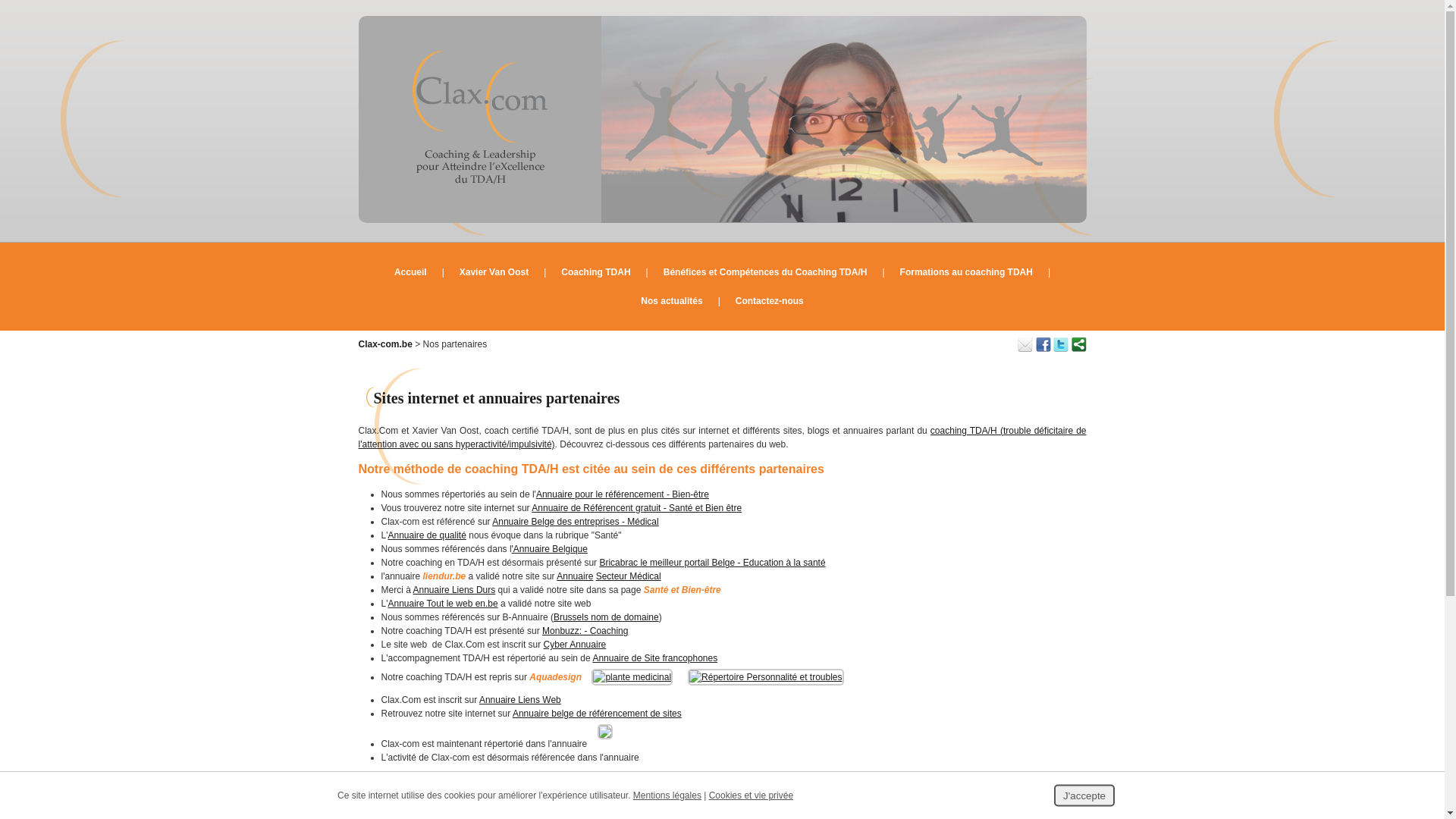 Image resolution: width=1456 pixels, height=819 pixels. What do you see at coordinates (520, 699) in the screenshot?
I see `'Annuaire Liens Web'` at bounding box center [520, 699].